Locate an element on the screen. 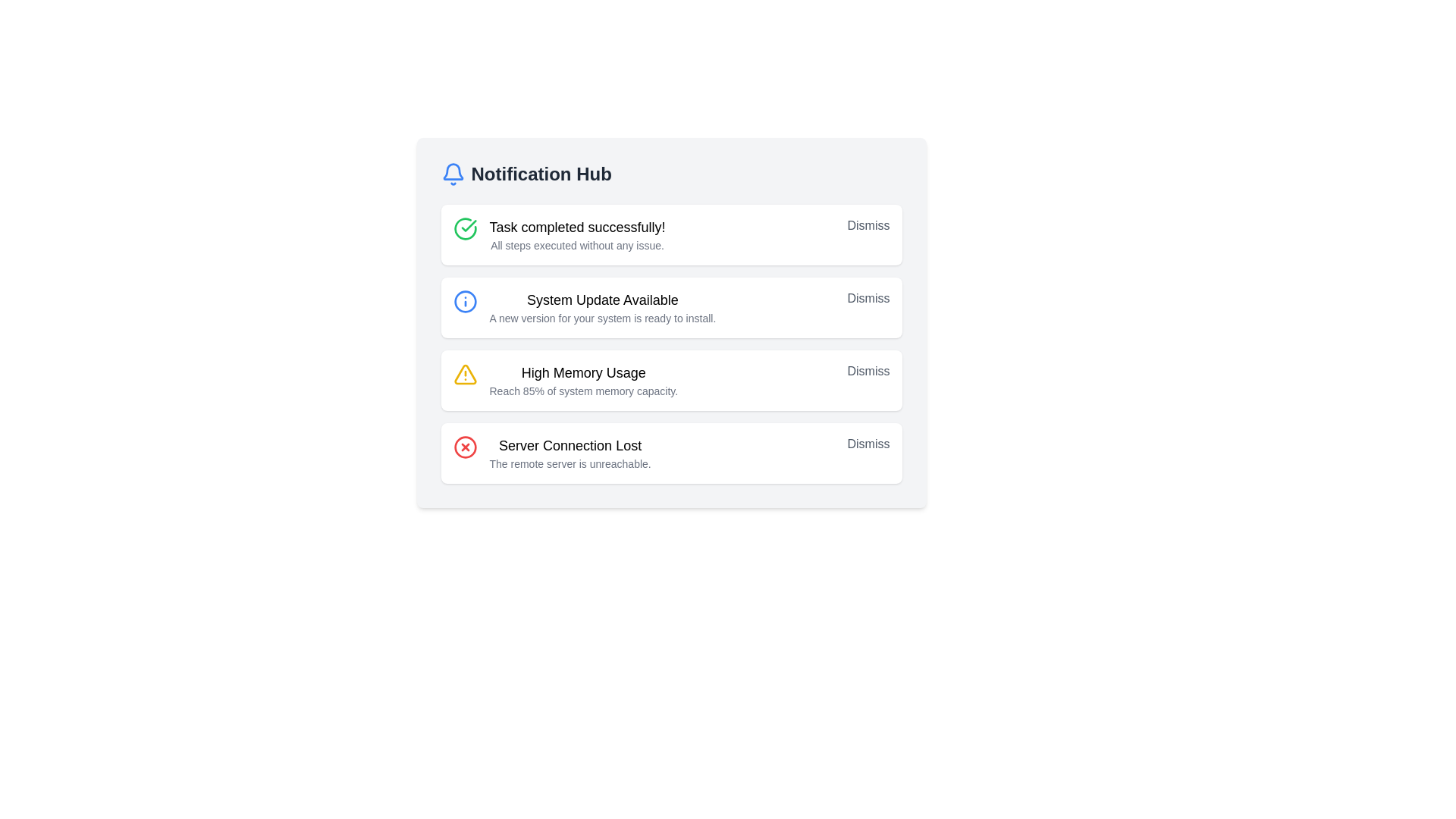 The image size is (1456, 819). the static text label in the Notification Hub that provides information about the successful completion of a task, located under the title 'Task completed successfully!' is located at coordinates (576, 245).